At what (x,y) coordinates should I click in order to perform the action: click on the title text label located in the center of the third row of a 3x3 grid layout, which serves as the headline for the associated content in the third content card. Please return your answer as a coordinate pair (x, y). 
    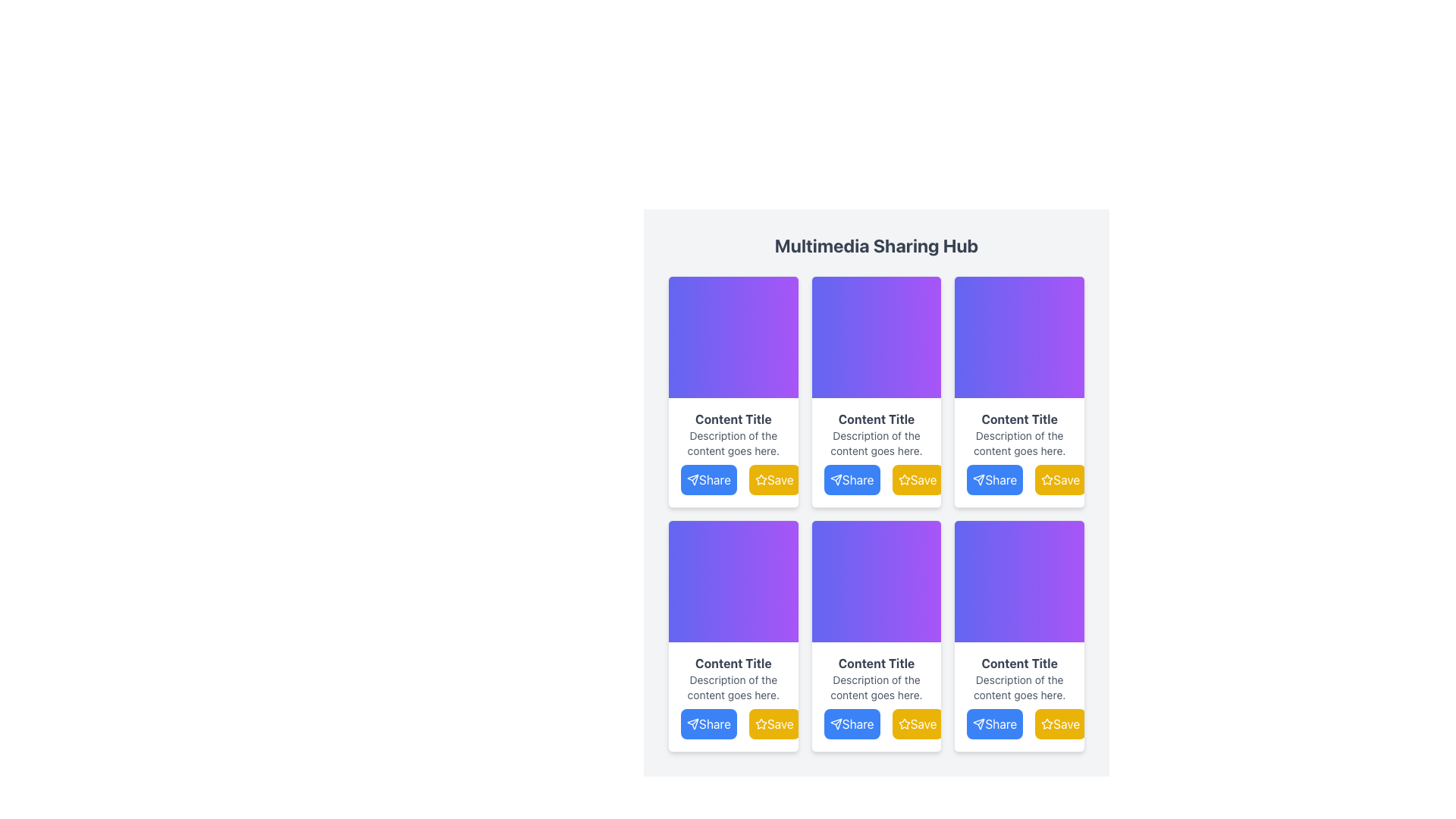
    Looking at the image, I should click on (877, 663).